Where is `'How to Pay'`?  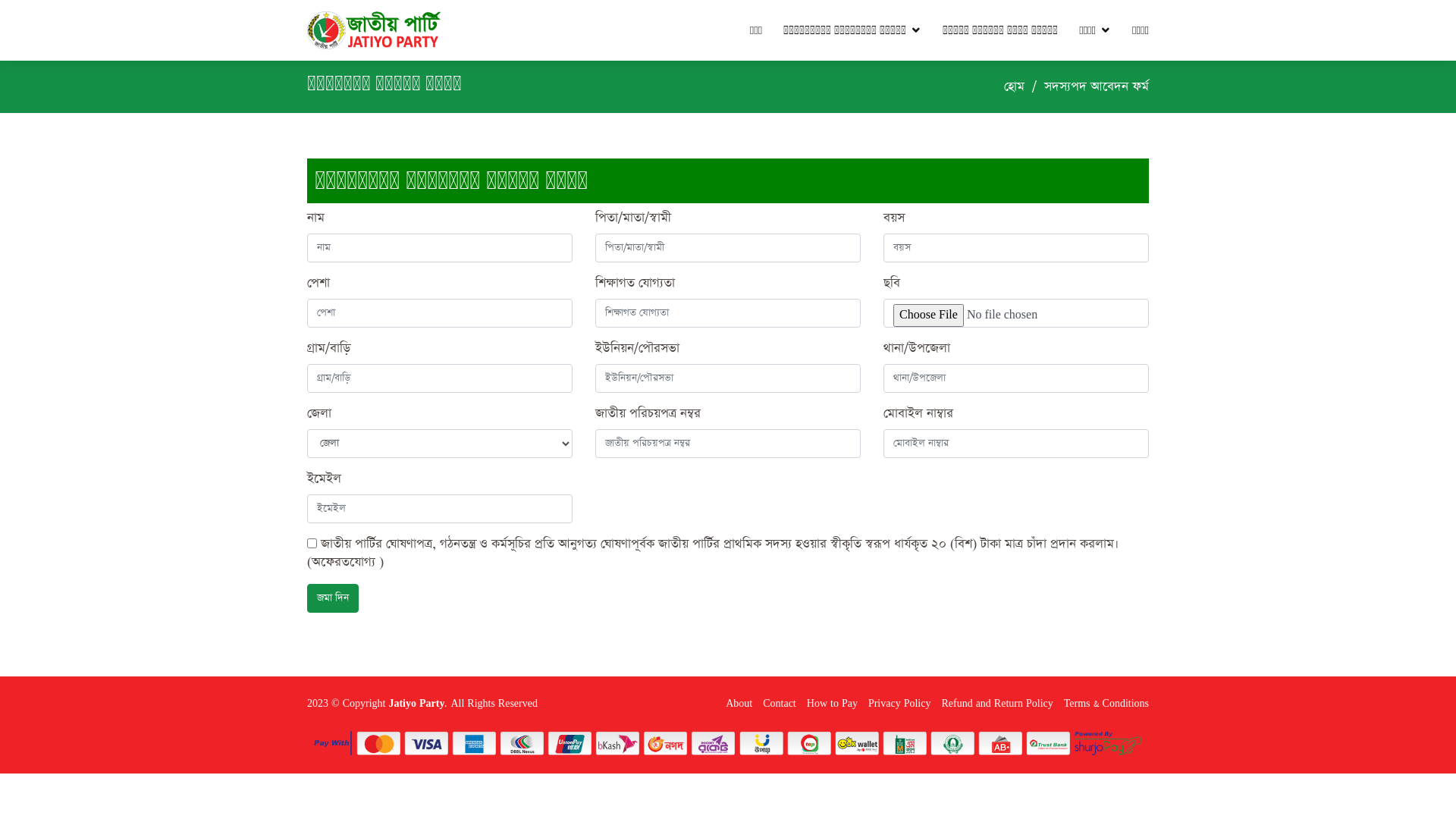
'How to Pay' is located at coordinates (827, 704).